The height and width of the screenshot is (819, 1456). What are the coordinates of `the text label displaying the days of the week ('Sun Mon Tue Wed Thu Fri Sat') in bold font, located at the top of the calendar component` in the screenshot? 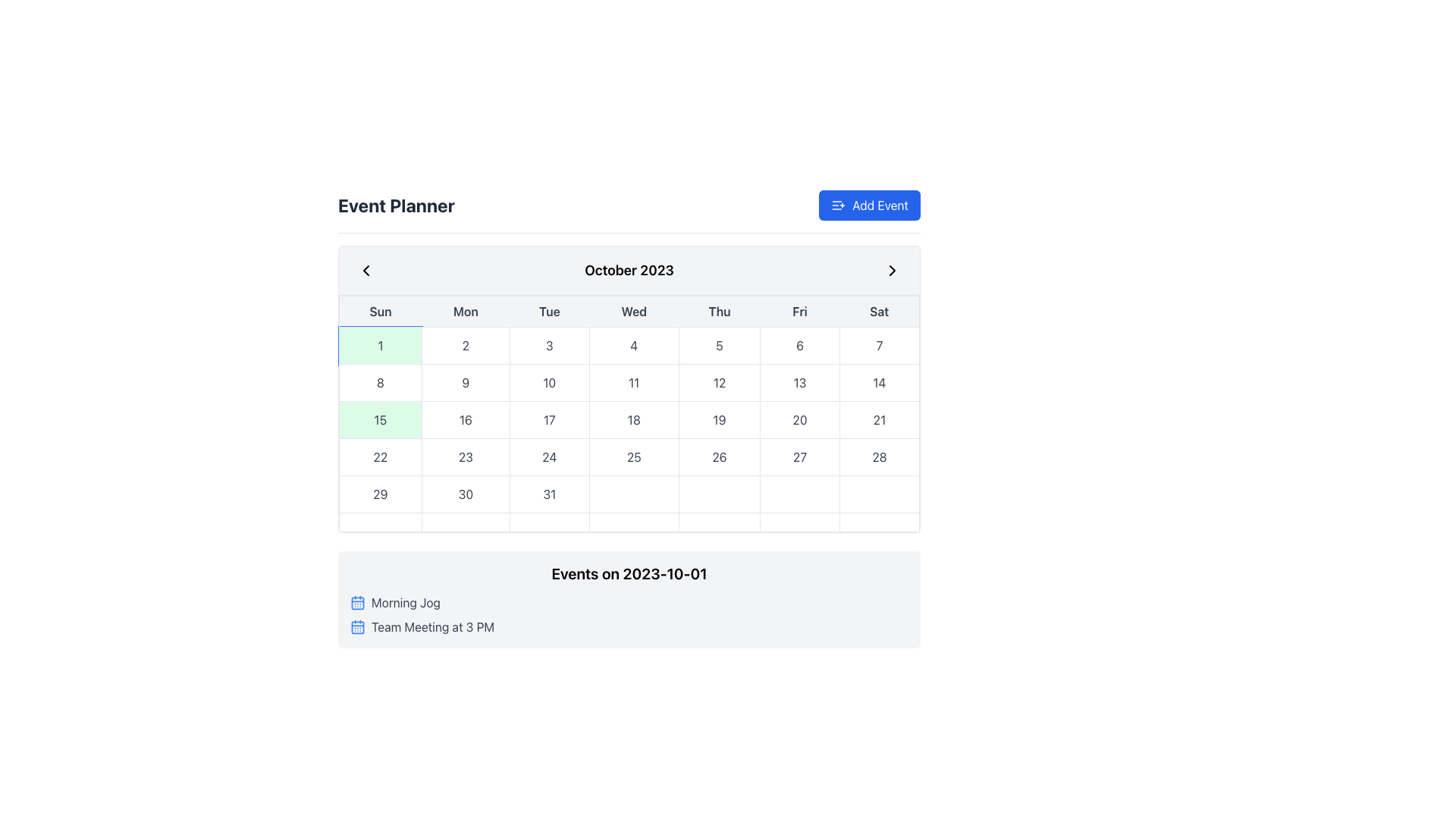 It's located at (629, 311).